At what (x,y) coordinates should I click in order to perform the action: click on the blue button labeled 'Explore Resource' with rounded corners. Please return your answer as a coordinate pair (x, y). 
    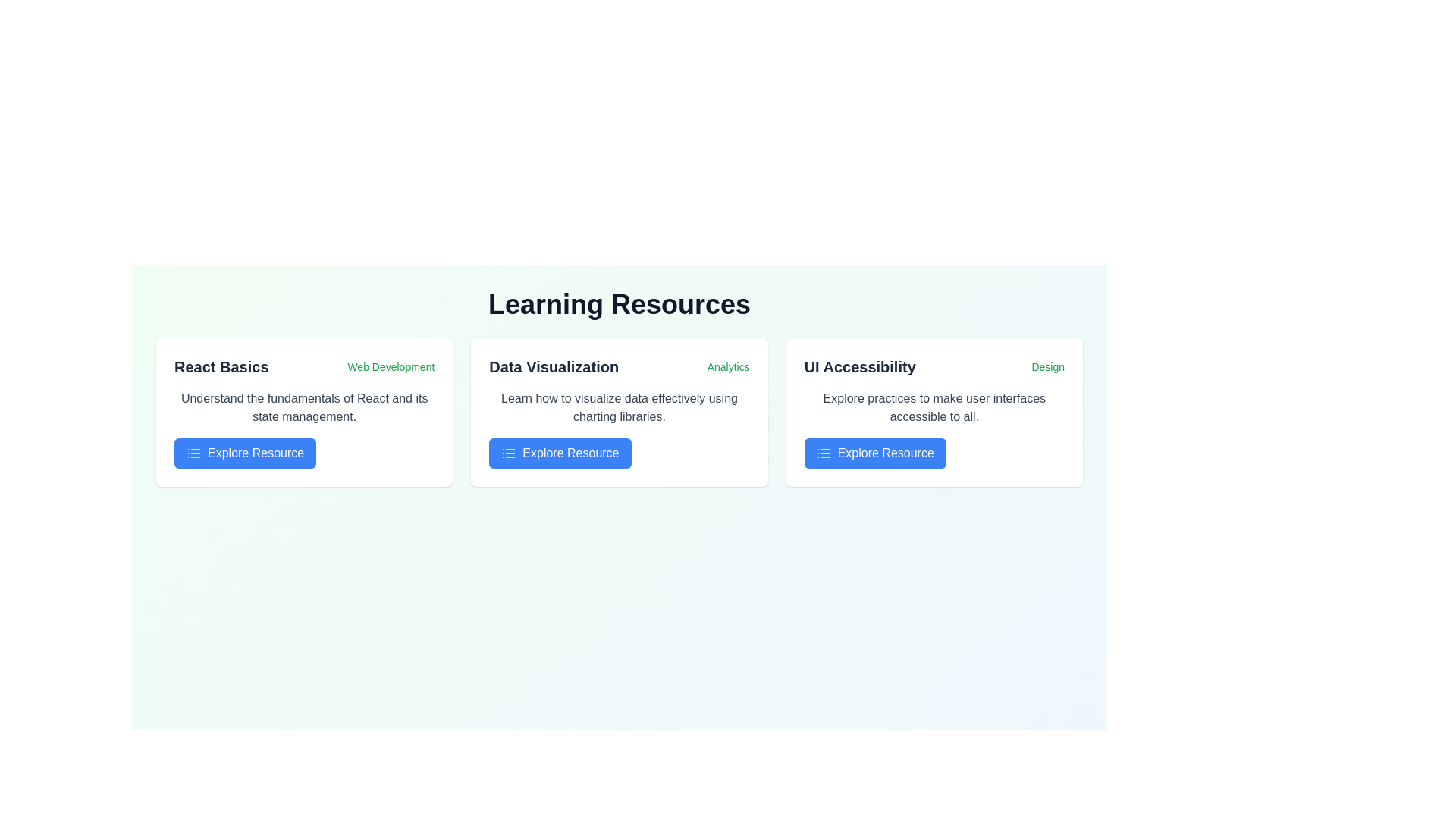
    Looking at the image, I should click on (875, 452).